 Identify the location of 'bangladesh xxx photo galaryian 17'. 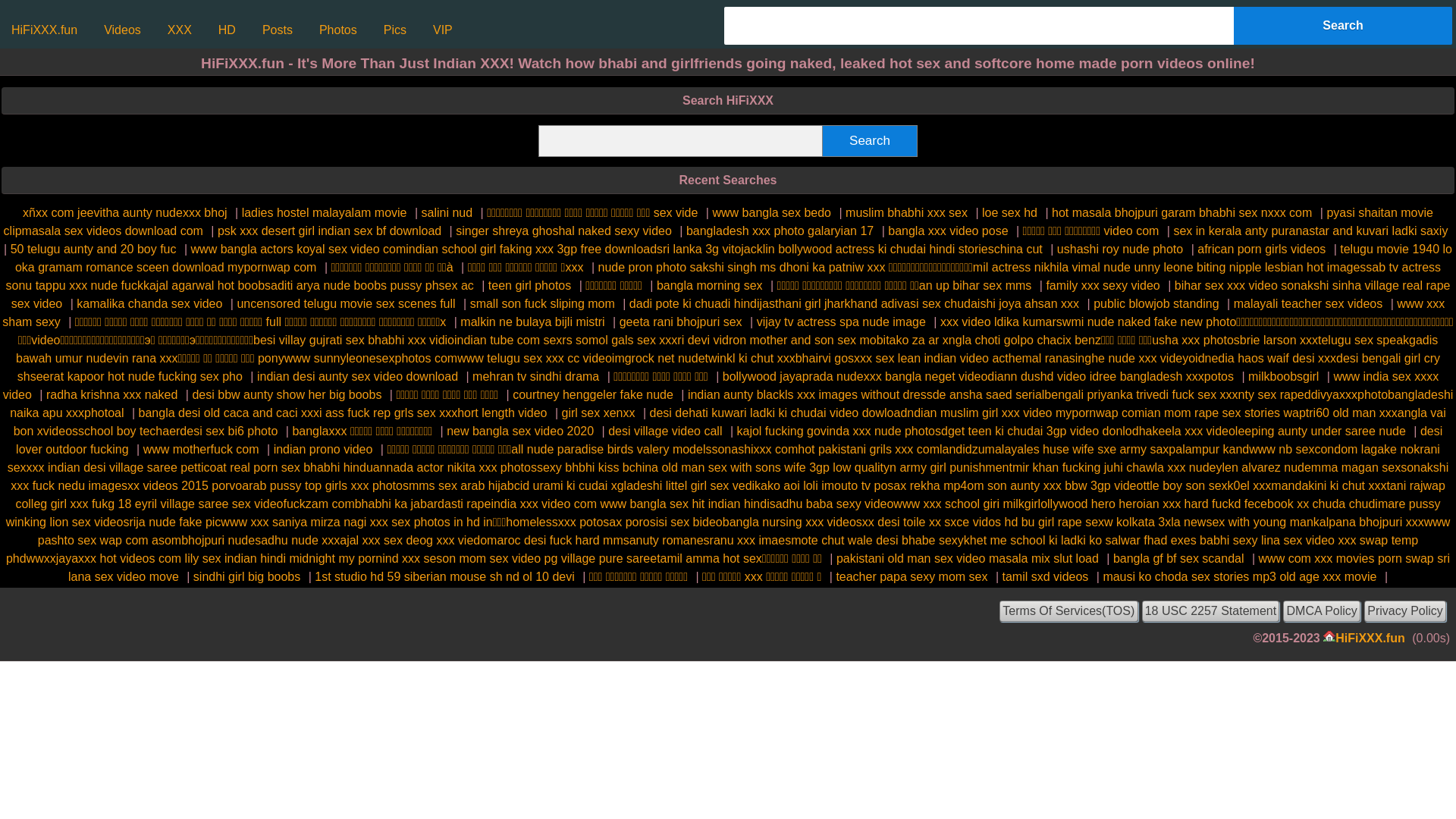
(780, 231).